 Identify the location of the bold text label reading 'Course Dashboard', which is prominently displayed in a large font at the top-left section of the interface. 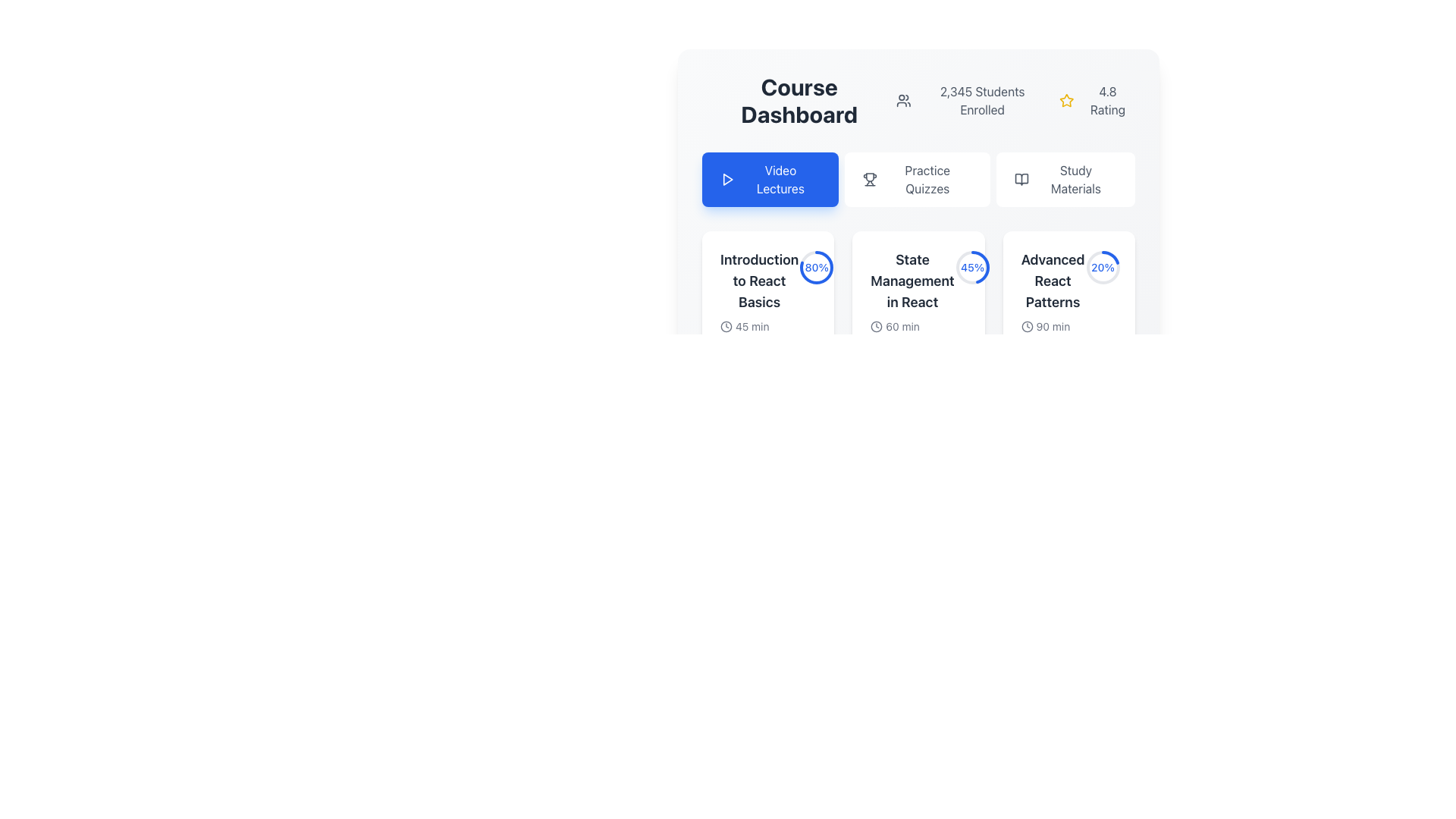
(799, 100).